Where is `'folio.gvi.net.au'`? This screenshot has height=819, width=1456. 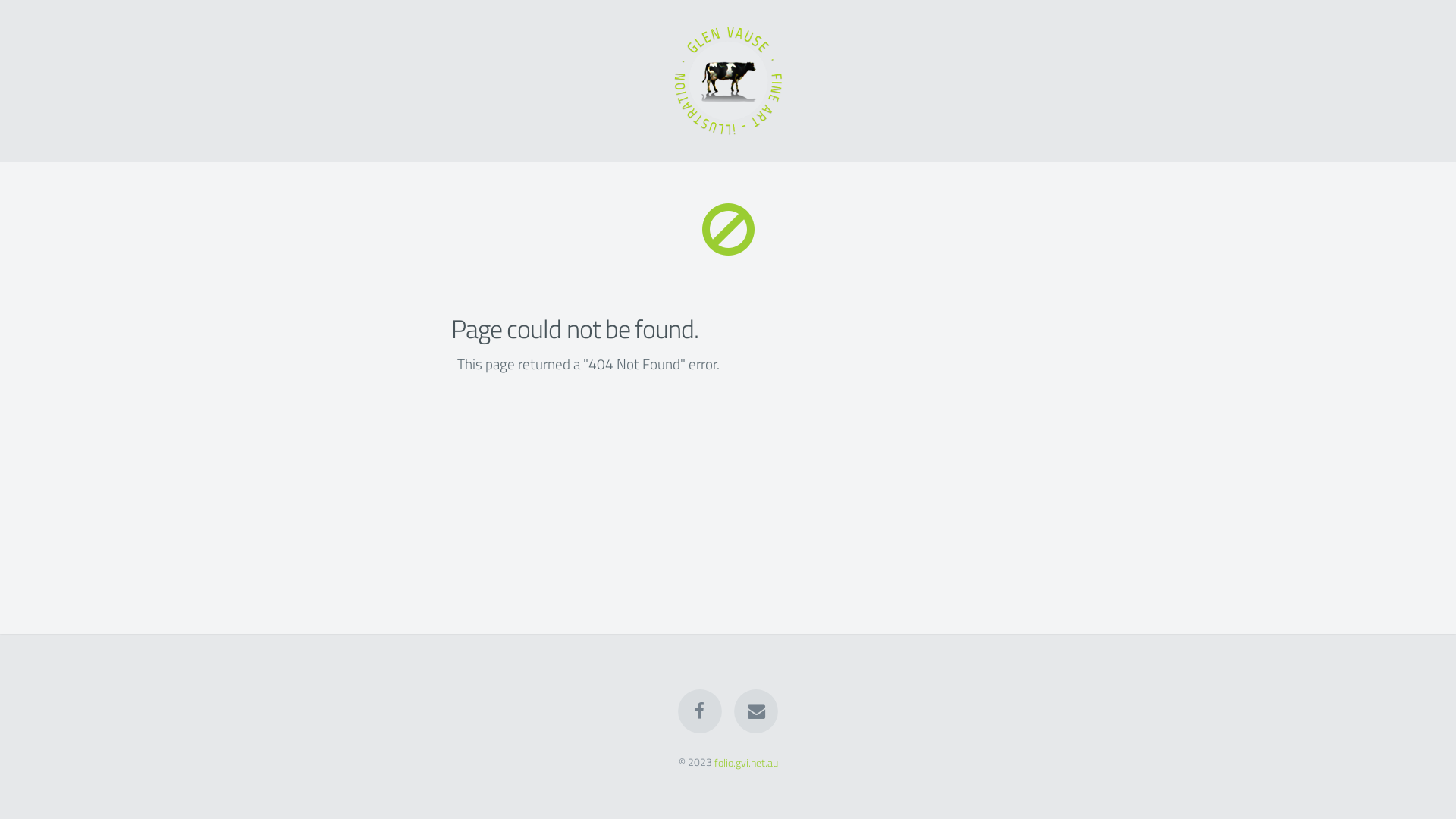 'folio.gvi.net.au' is located at coordinates (745, 762).